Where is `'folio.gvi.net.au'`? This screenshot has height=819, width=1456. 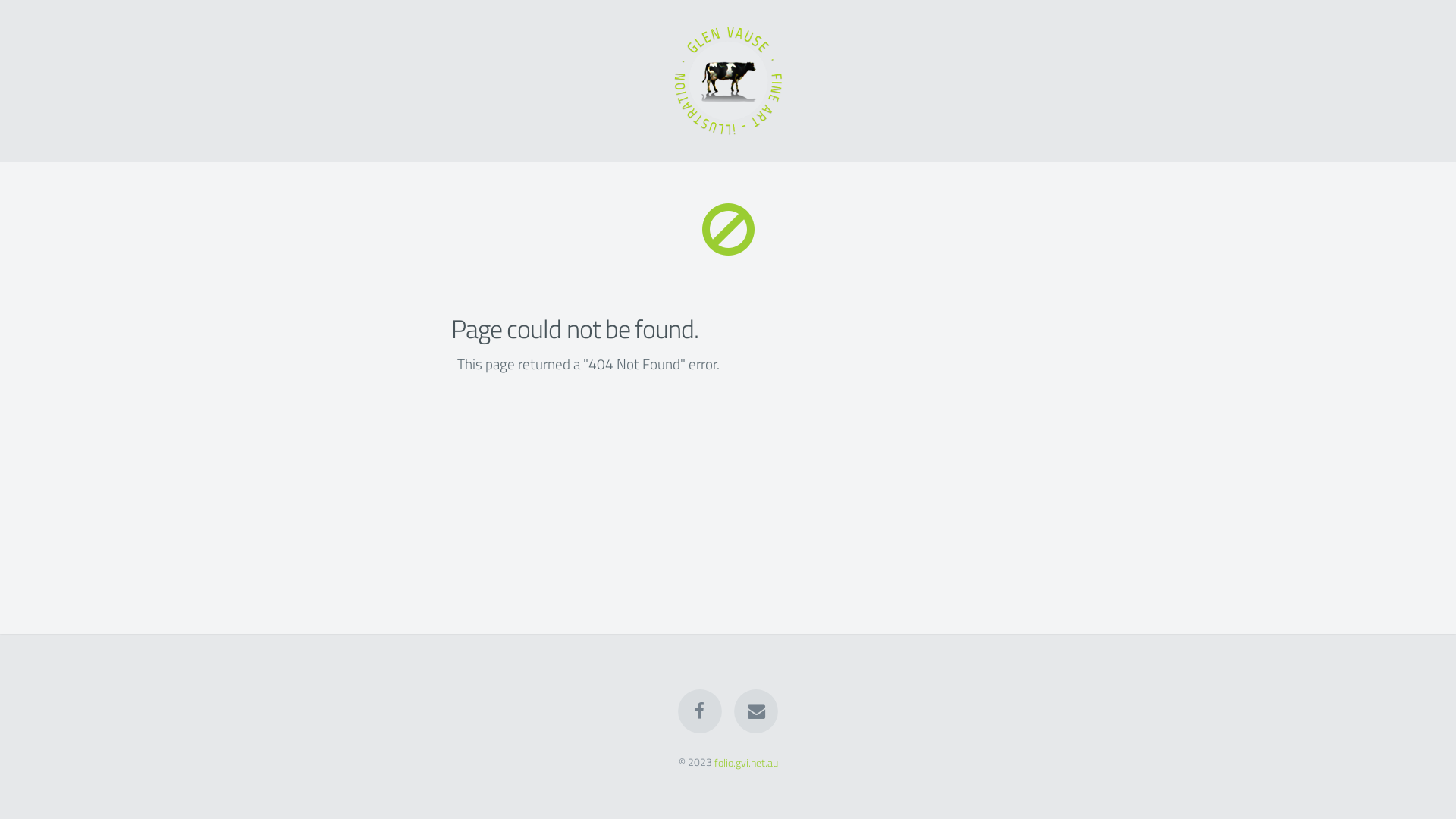 'folio.gvi.net.au' is located at coordinates (745, 762).